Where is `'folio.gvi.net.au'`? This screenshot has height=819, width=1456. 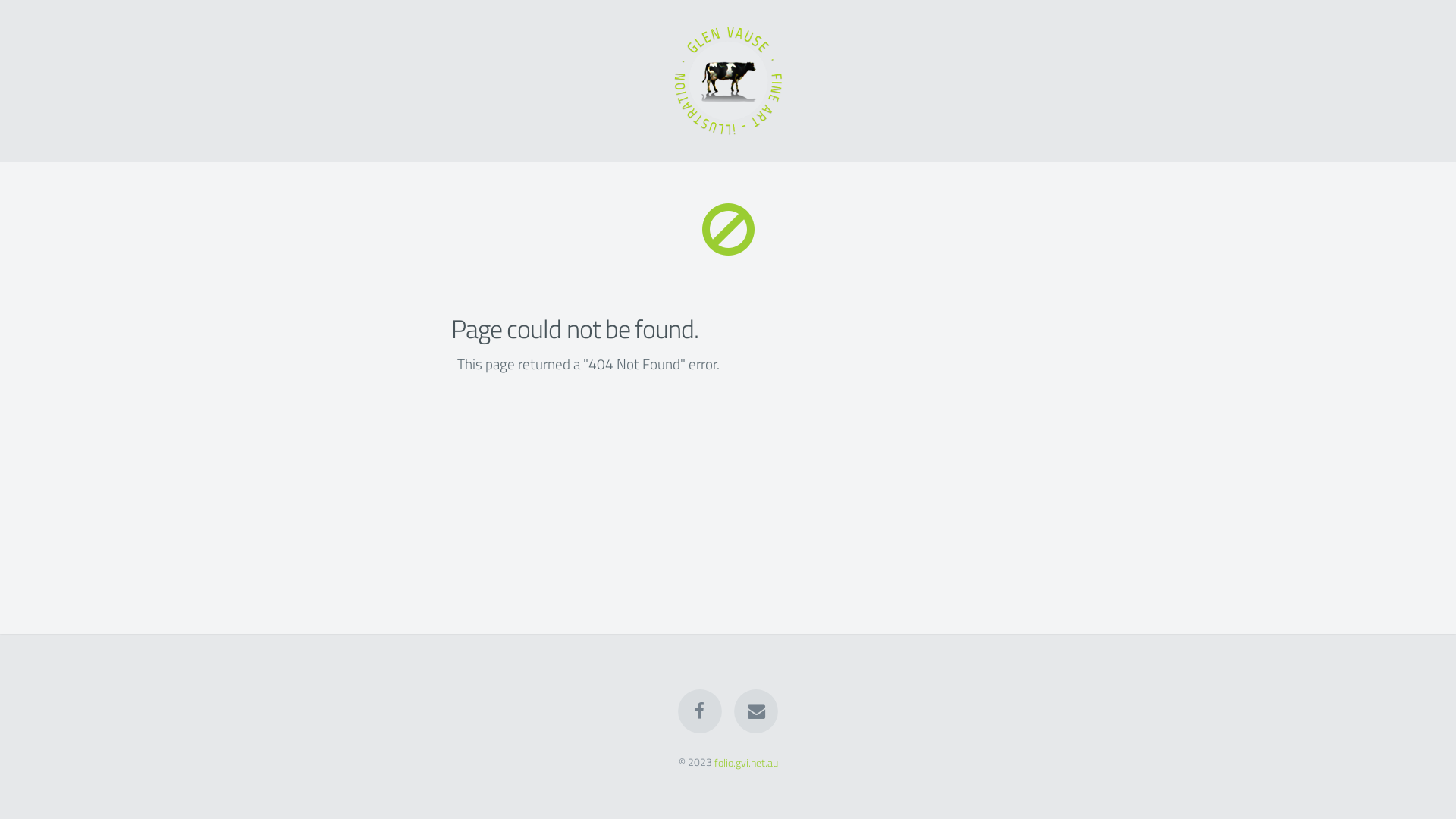 'folio.gvi.net.au' is located at coordinates (745, 762).